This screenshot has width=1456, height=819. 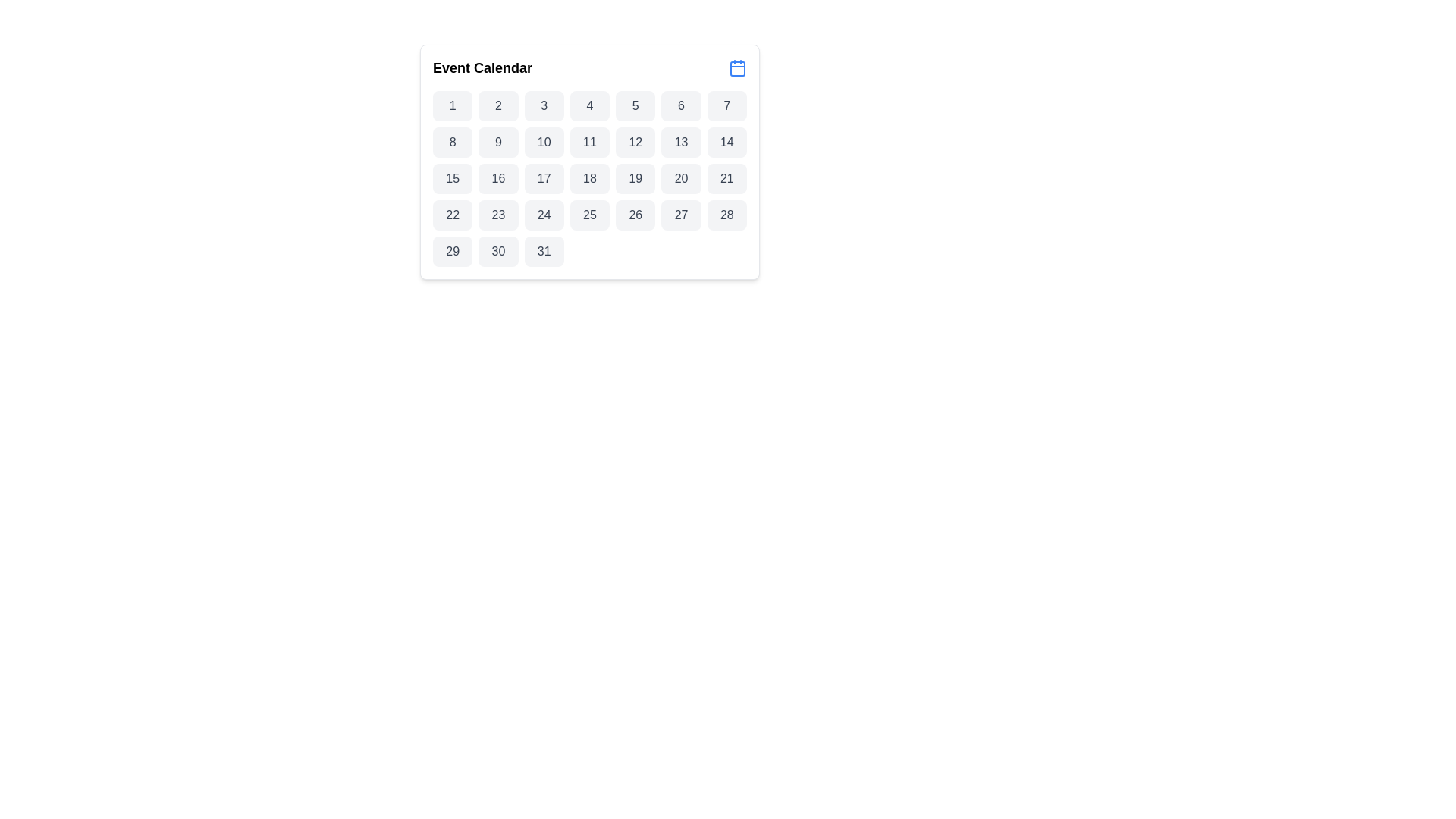 What do you see at coordinates (544, 105) in the screenshot?
I see `the button representing day '3'` at bounding box center [544, 105].